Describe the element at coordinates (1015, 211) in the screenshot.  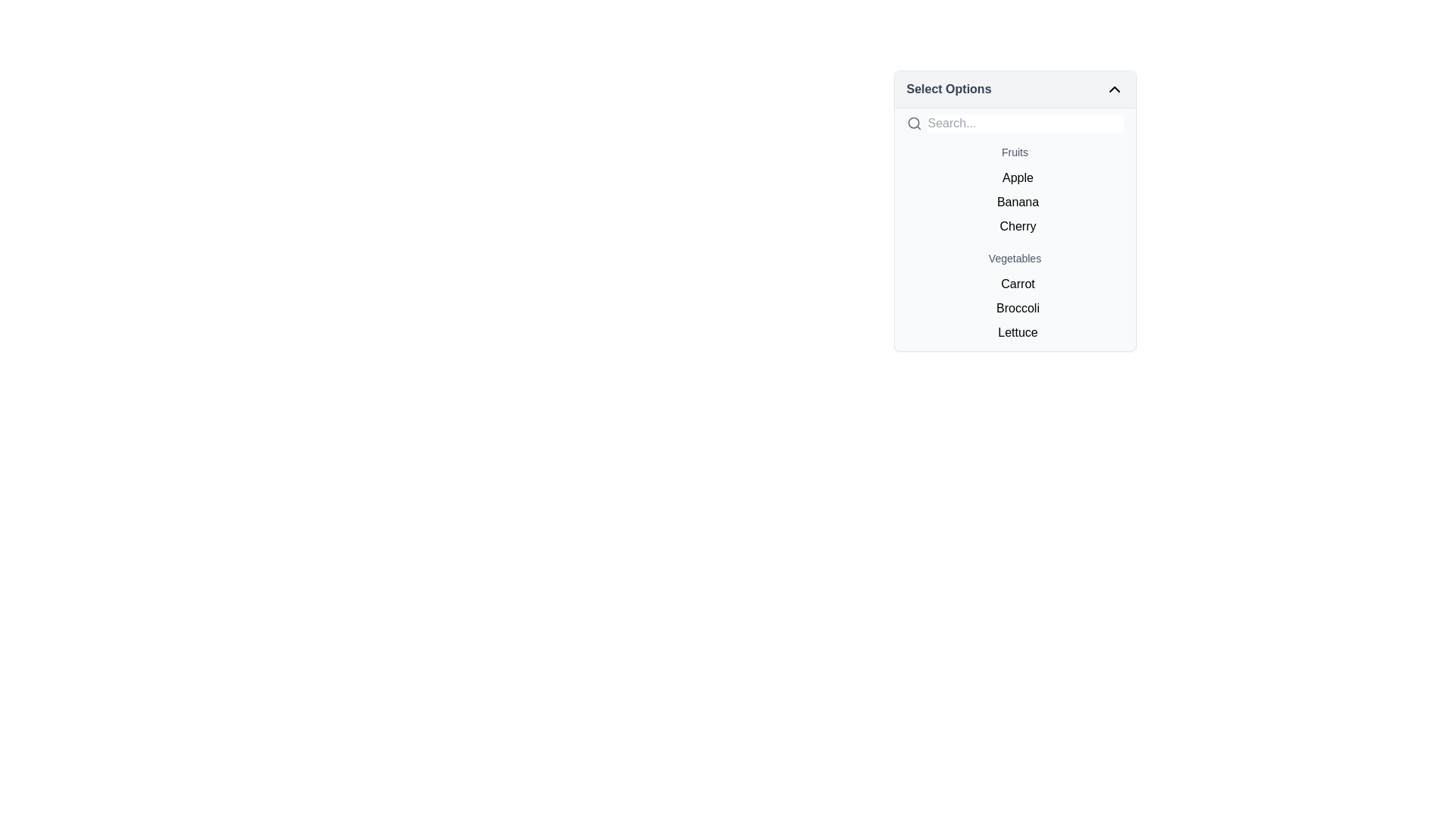
I see `the list item labeled 'Banana'` at that location.